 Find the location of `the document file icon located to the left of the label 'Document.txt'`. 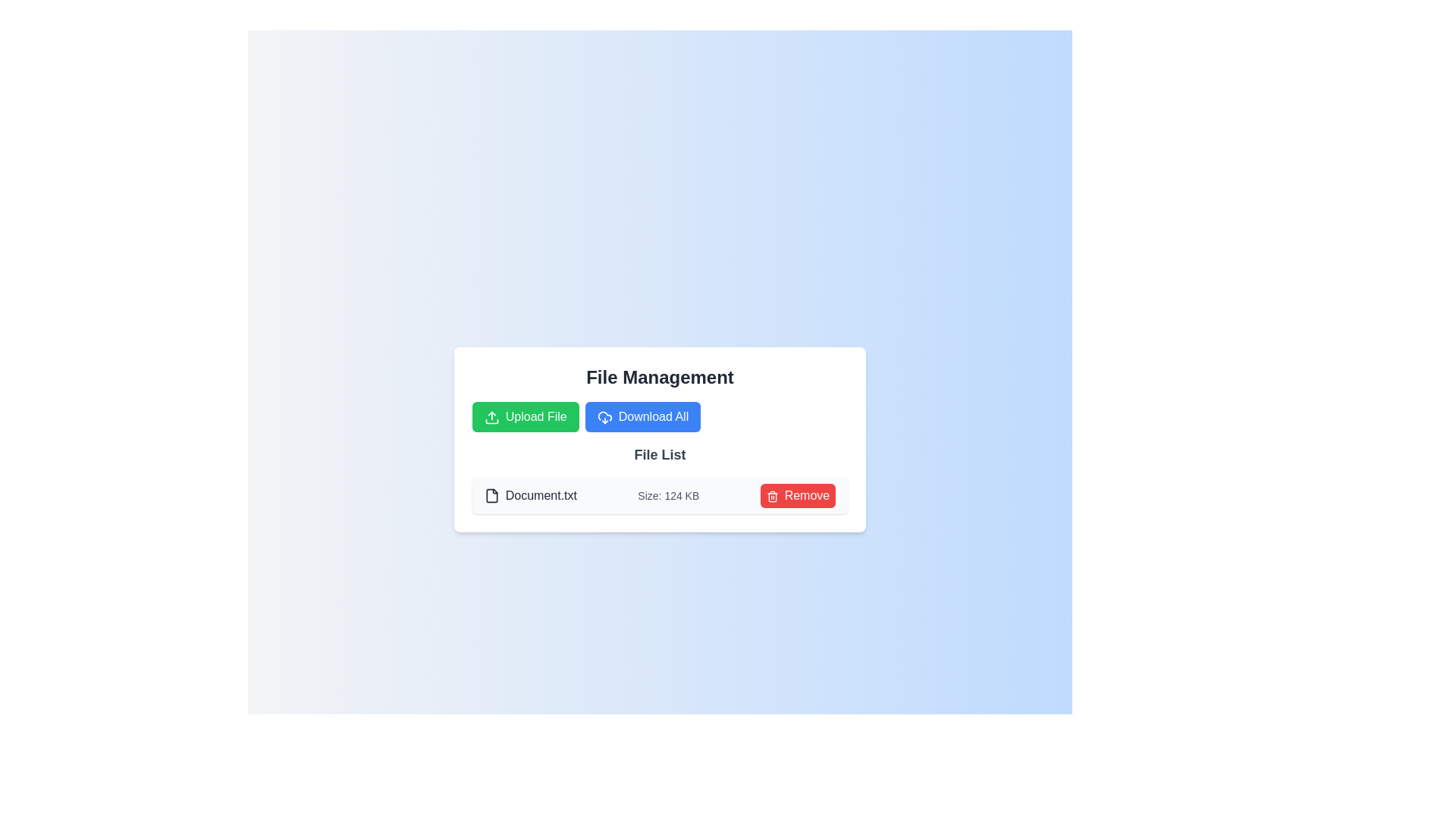

the document file icon located to the left of the label 'Document.txt' is located at coordinates (491, 496).